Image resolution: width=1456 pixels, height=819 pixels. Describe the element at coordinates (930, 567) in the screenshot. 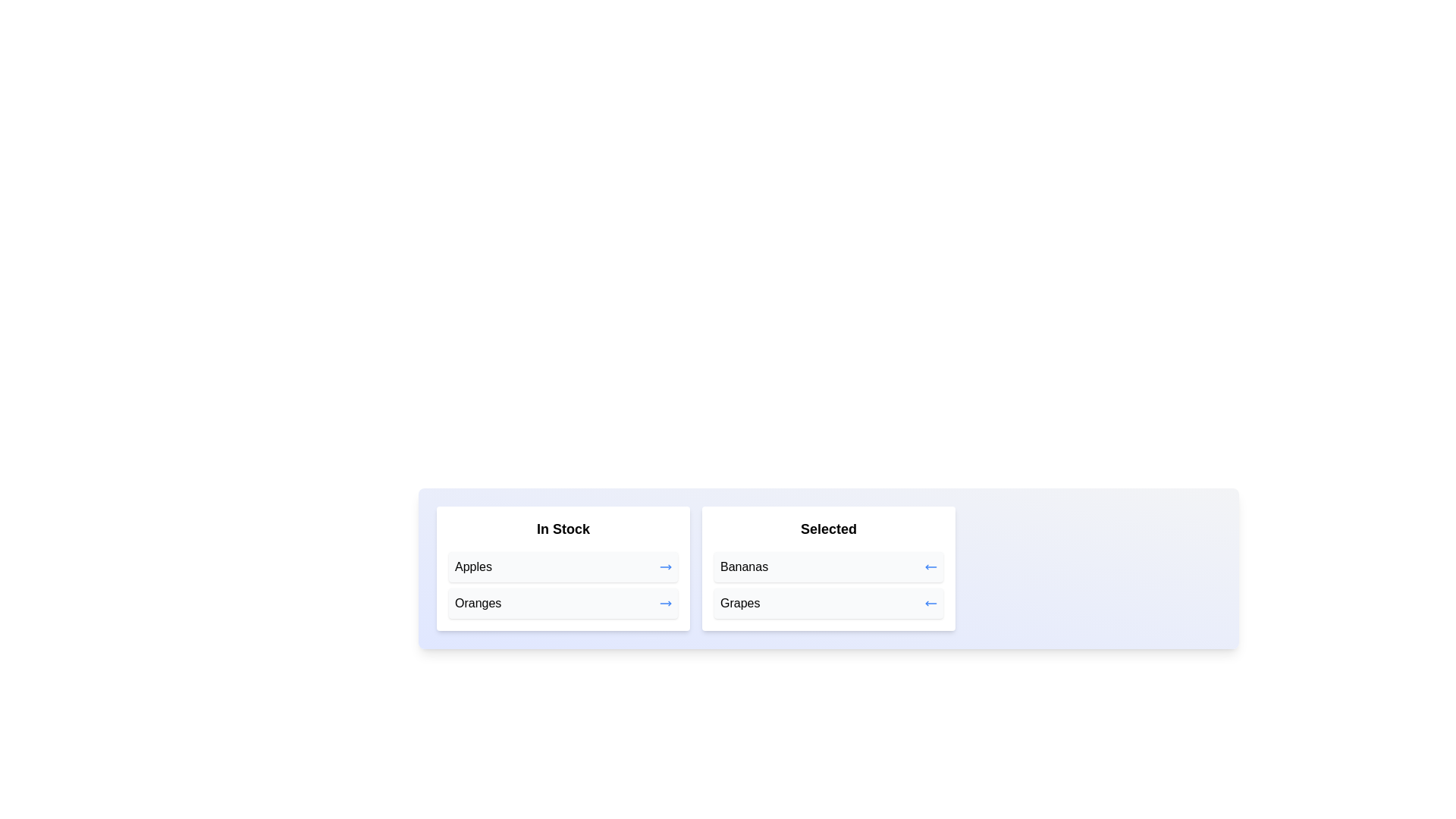

I see `arrow button next to the item Bananas in the 'Selected' list to move it to the 'In Stock' list` at that location.